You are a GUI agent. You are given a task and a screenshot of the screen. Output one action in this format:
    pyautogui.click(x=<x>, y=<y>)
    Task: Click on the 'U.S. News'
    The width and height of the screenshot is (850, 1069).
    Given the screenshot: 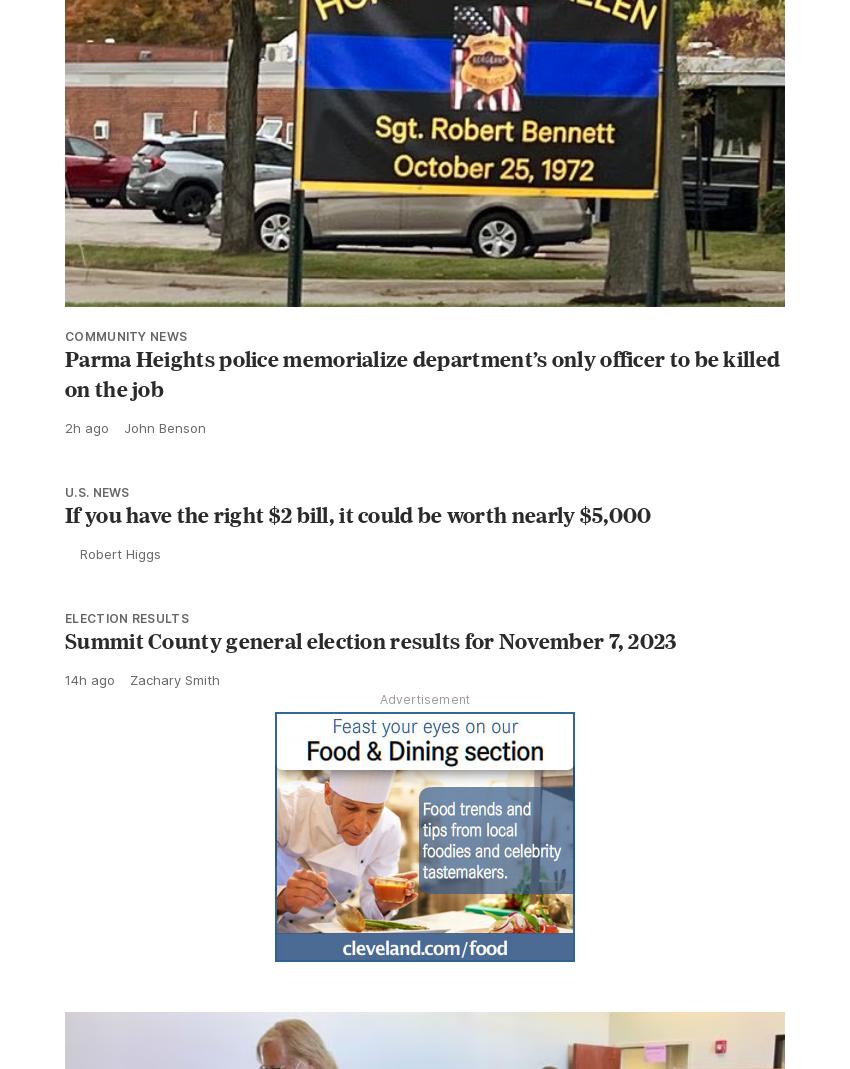 What is the action you would take?
    pyautogui.click(x=95, y=491)
    